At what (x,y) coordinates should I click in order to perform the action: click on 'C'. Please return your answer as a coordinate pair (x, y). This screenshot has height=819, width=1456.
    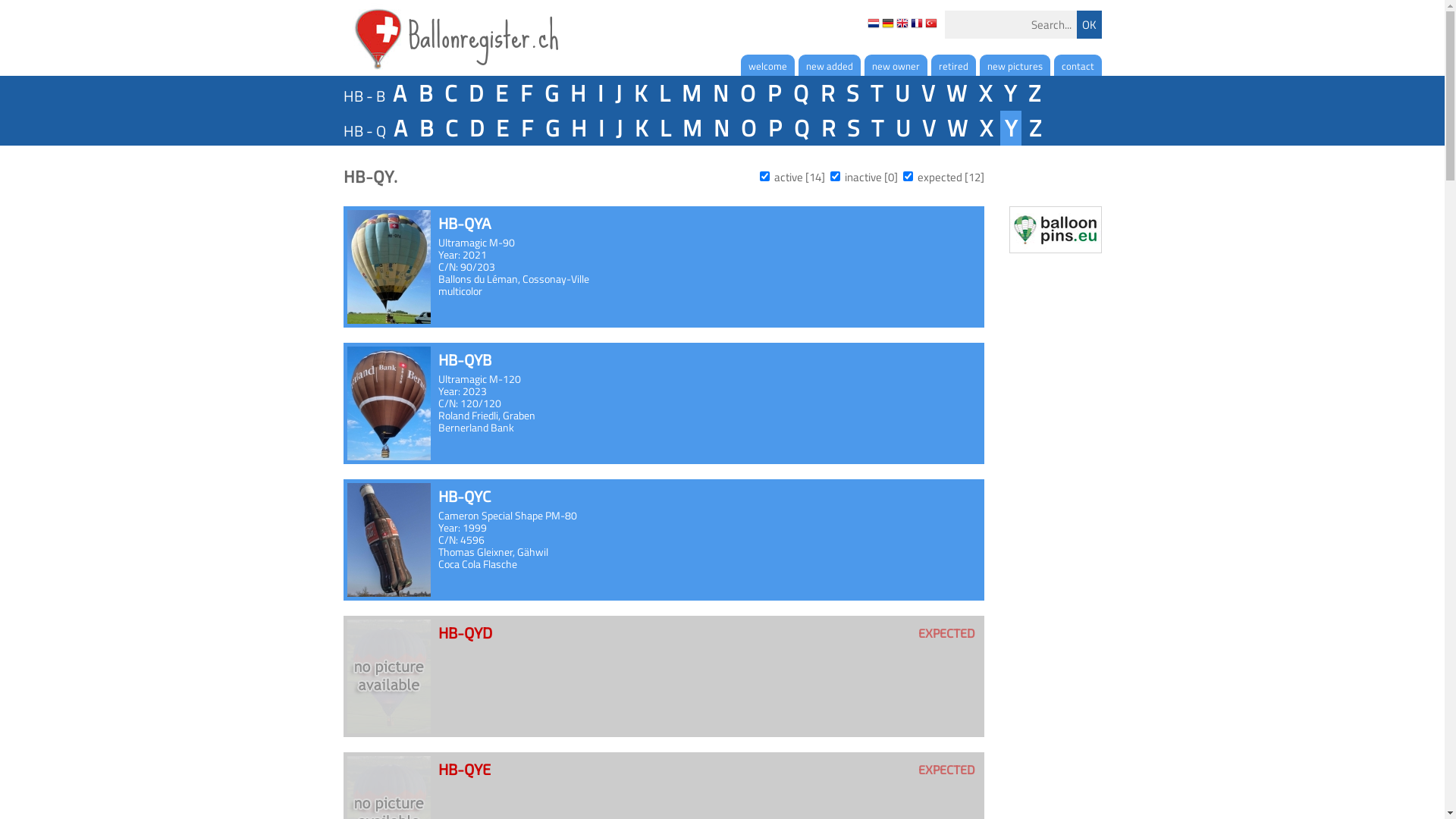
    Looking at the image, I should click on (450, 127).